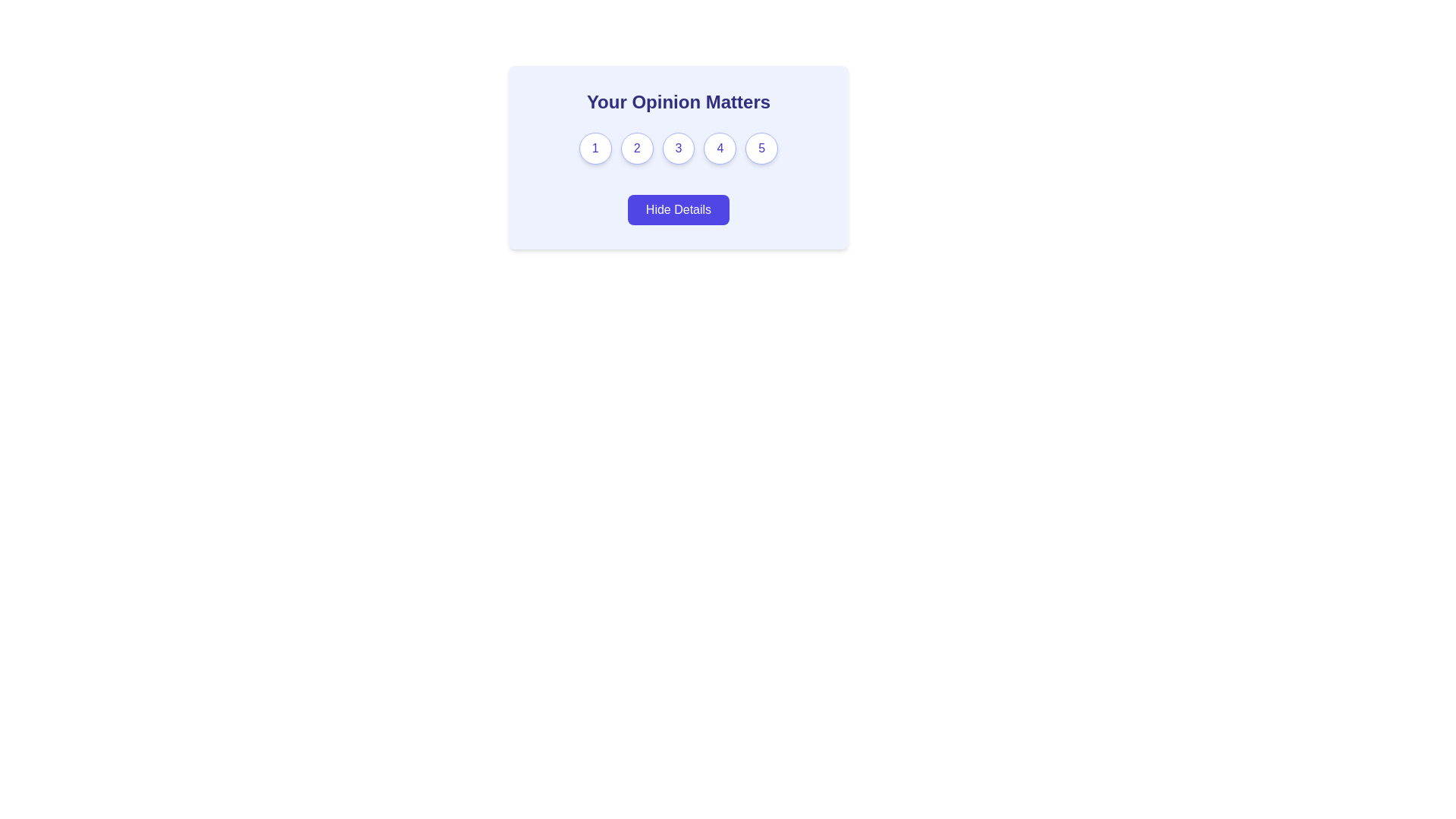 Image resolution: width=1456 pixels, height=819 pixels. What do you see at coordinates (677, 158) in the screenshot?
I see `the button labeled '3' which is positioned` at bounding box center [677, 158].